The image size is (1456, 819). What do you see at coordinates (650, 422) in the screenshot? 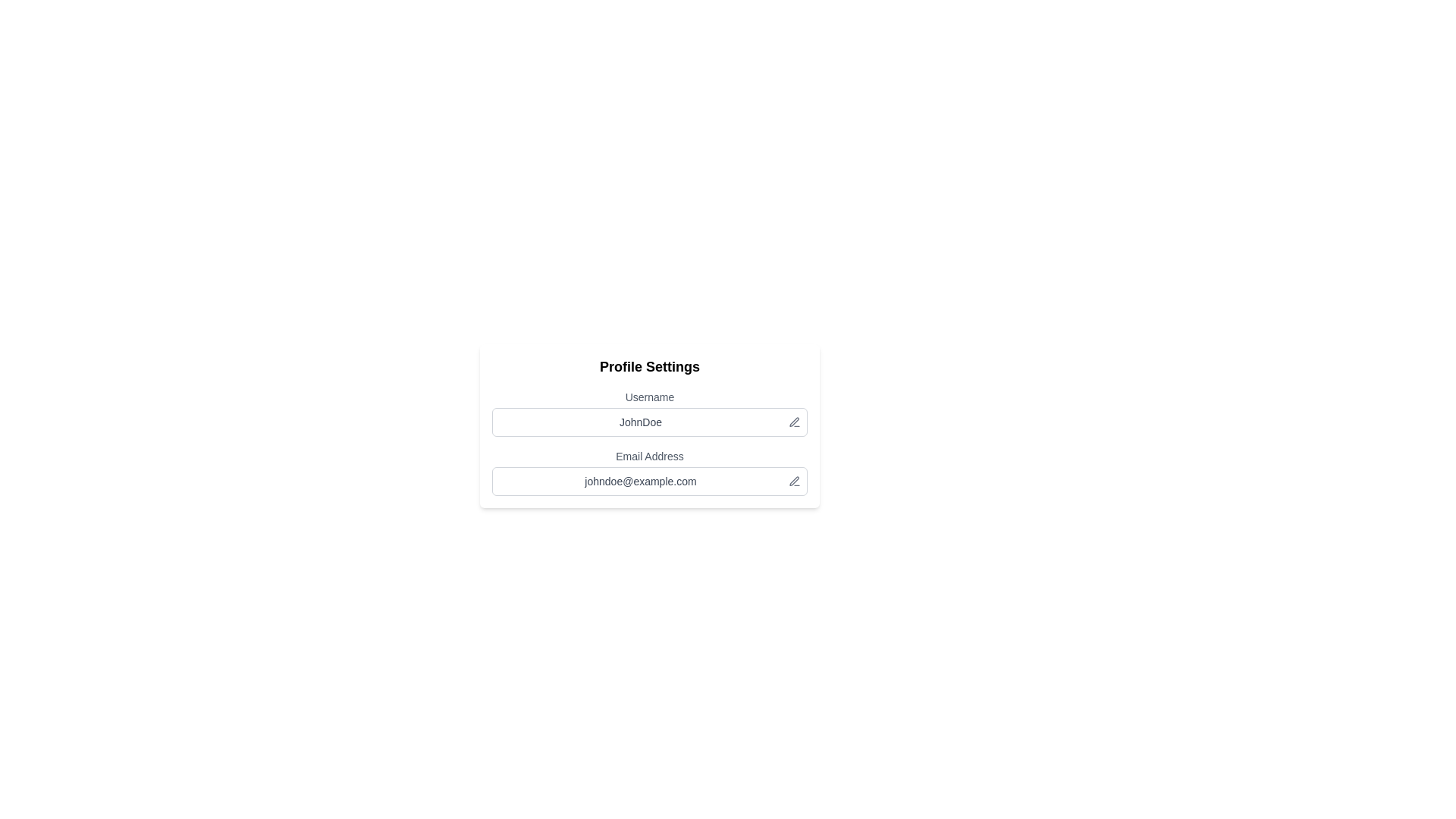
I see `the editable username field, which is indicated by a pen icon and is positioned under the 'Username' label in the settings form` at bounding box center [650, 422].